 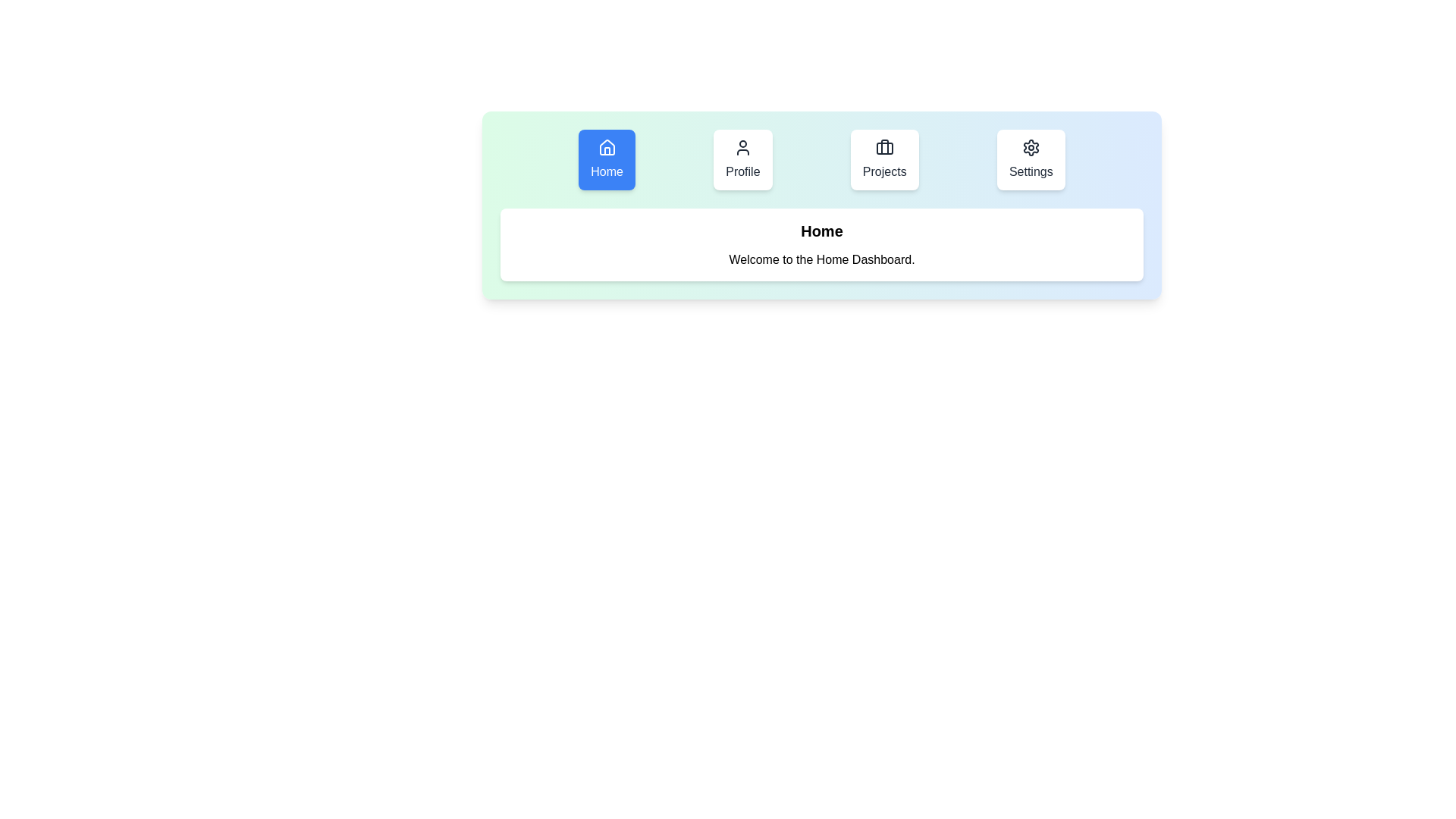 What do you see at coordinates (607, 160) in the screenshot?
I see `the Home tab by clicking on it` at bounding box center [607, 160].